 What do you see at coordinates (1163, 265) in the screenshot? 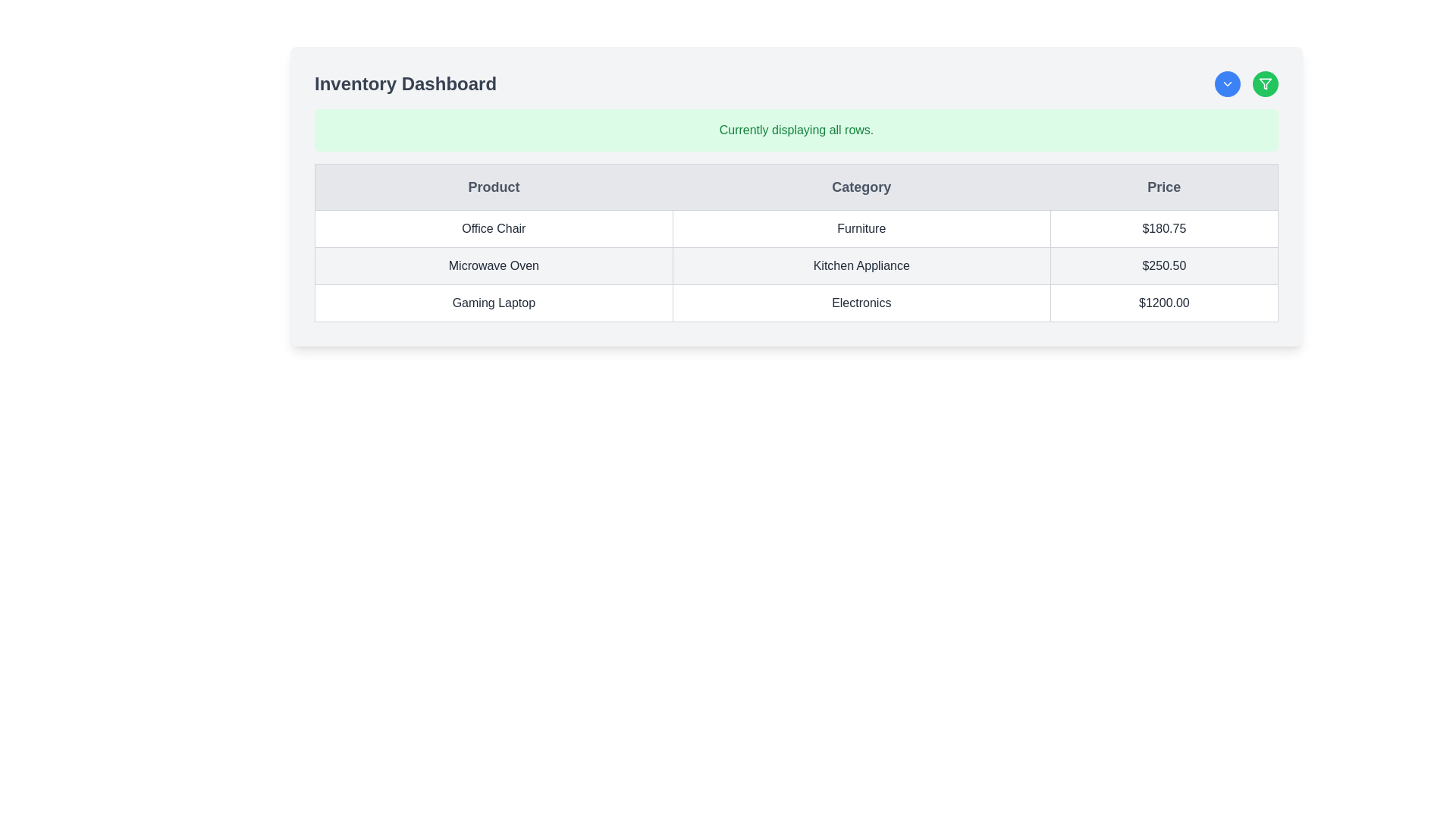
I see `the text label displaying the price '$250.50' located in the third column of the second row of the table` at bounding box center [1163, 265].